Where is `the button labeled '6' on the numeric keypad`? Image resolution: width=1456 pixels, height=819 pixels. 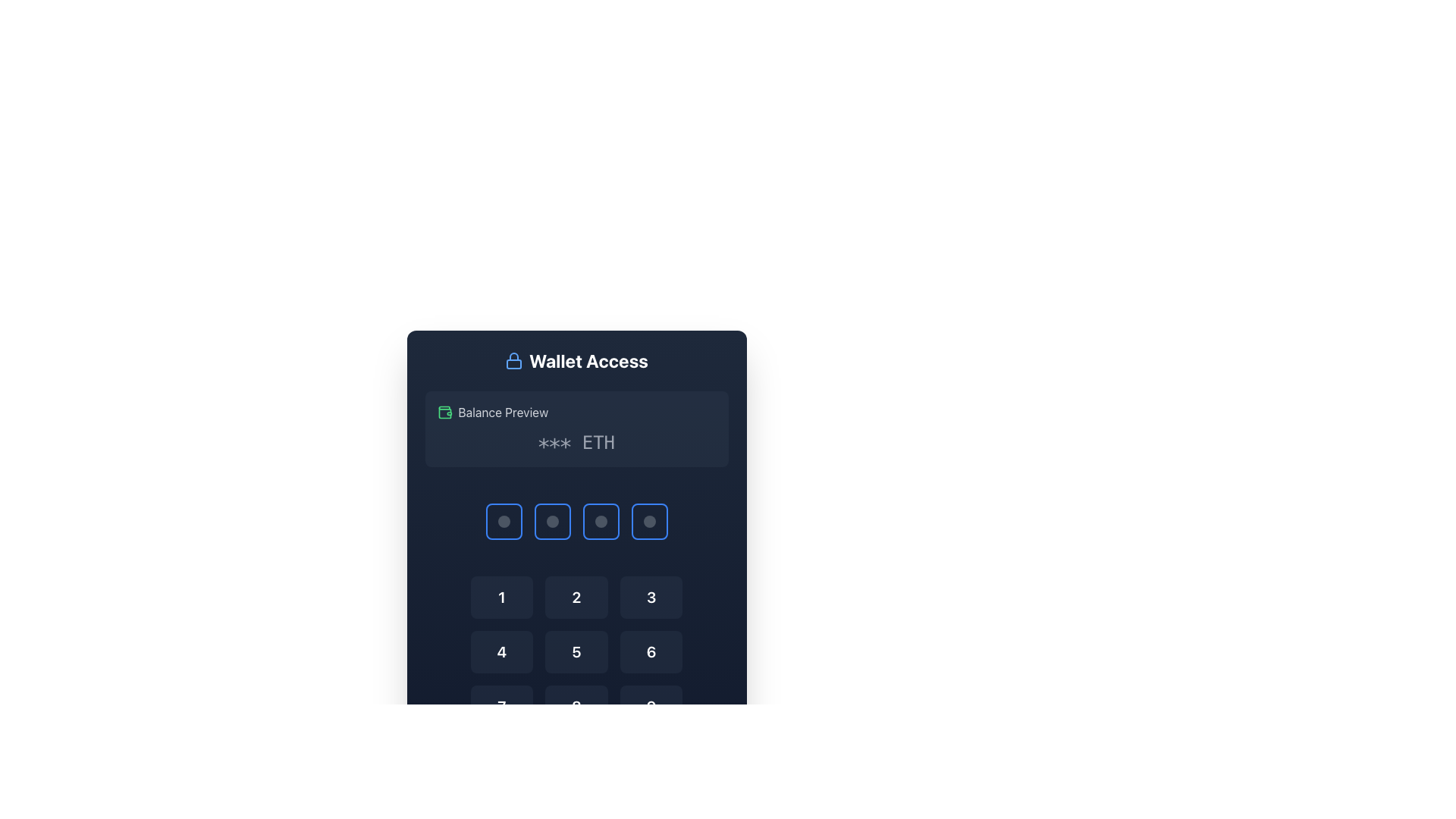
the button labeled '6' on the numeric keypad is located at coordinates (651, 651).